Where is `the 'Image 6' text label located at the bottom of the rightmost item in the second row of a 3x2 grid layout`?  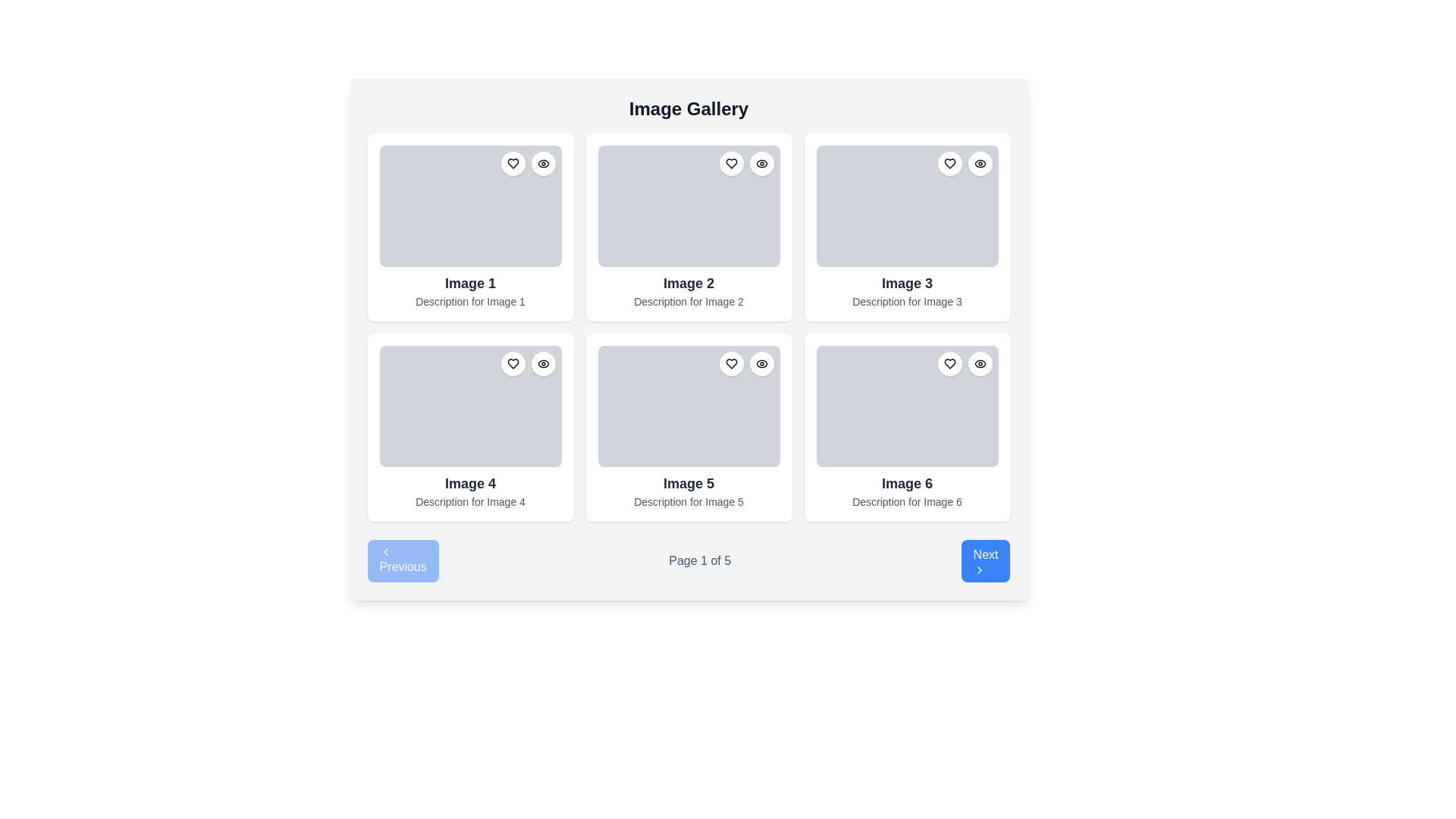 the 'Image 6' text label located at the bottom of the rightmost item in the second row of a 3x2 grid layout is located at coordinates (907, 483).